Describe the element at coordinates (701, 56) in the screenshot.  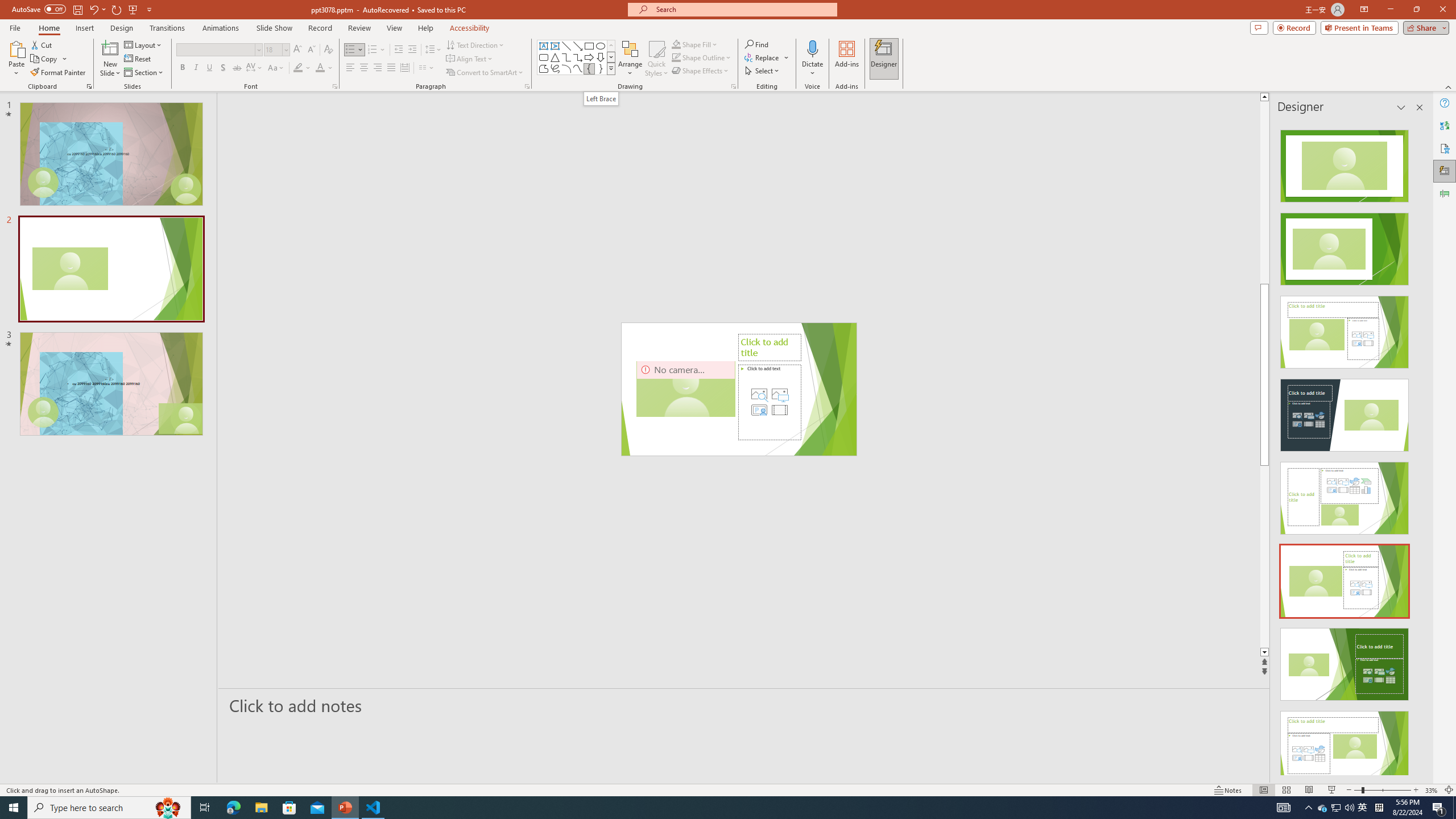
I see `'Shape Outline'` at that location.